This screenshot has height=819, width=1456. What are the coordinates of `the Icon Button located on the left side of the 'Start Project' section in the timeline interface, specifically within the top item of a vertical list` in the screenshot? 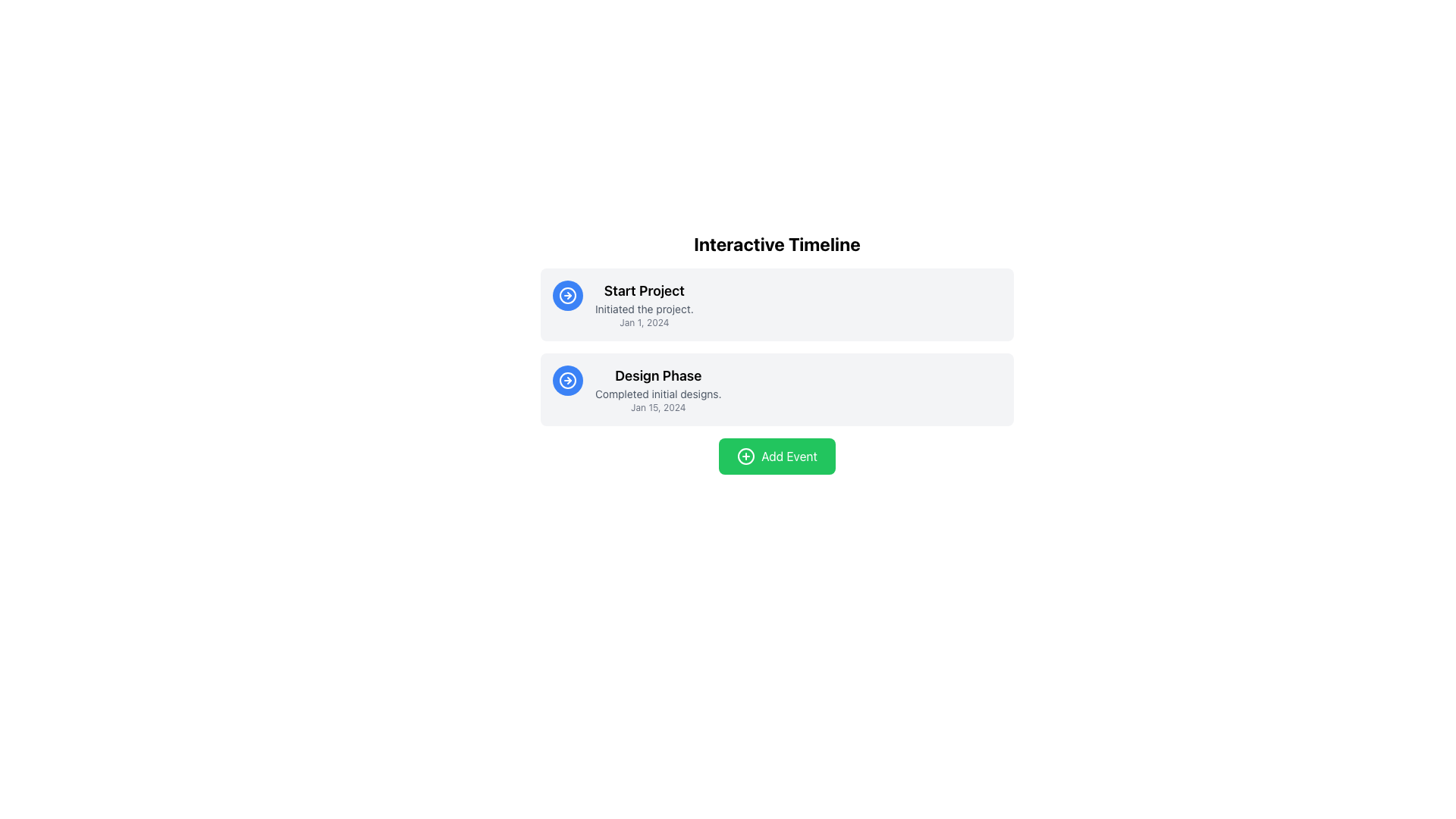 It's located at (566, 295).